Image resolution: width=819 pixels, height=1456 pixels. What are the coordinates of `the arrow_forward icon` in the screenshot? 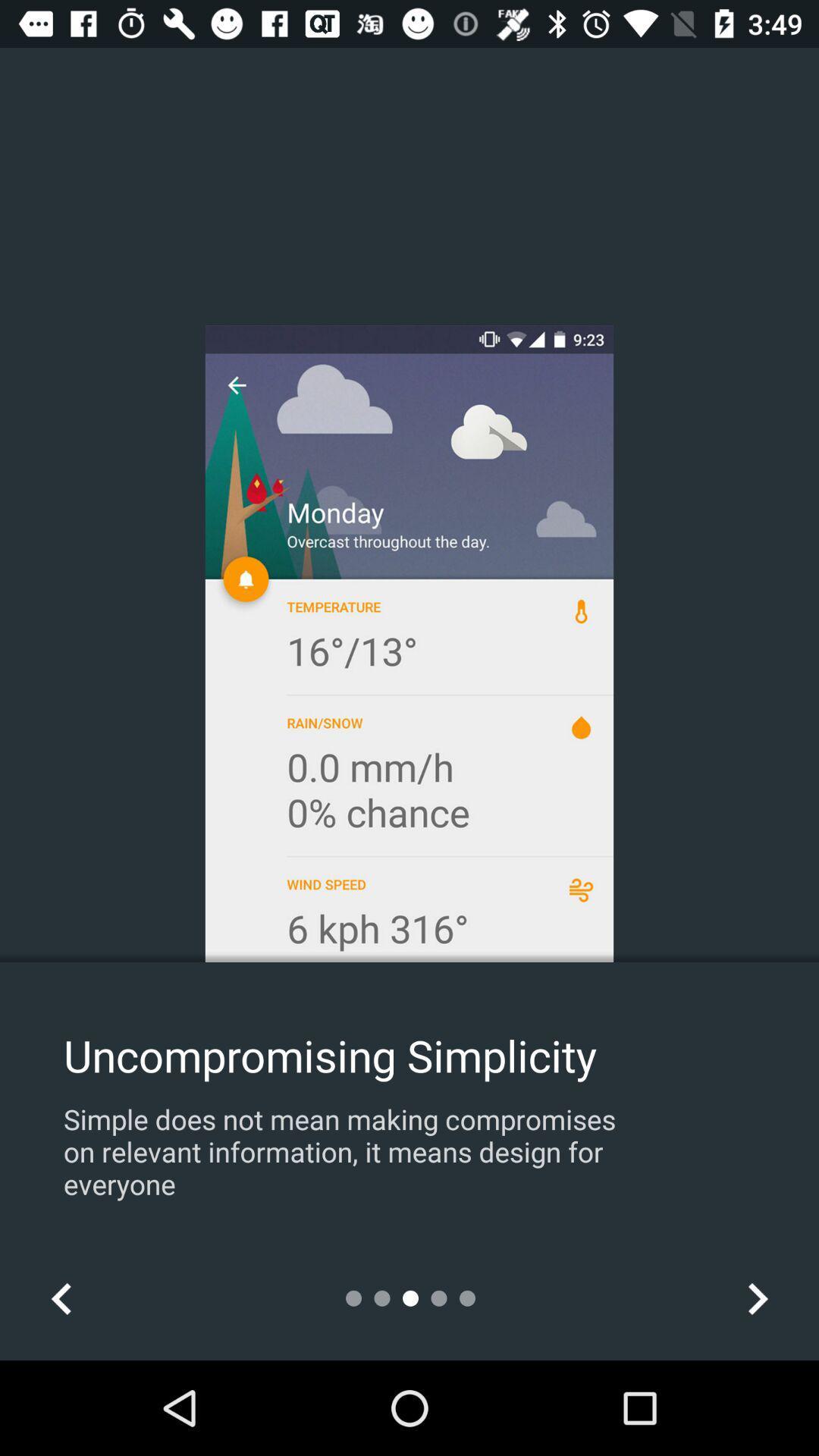 It's located at (757, 1298).